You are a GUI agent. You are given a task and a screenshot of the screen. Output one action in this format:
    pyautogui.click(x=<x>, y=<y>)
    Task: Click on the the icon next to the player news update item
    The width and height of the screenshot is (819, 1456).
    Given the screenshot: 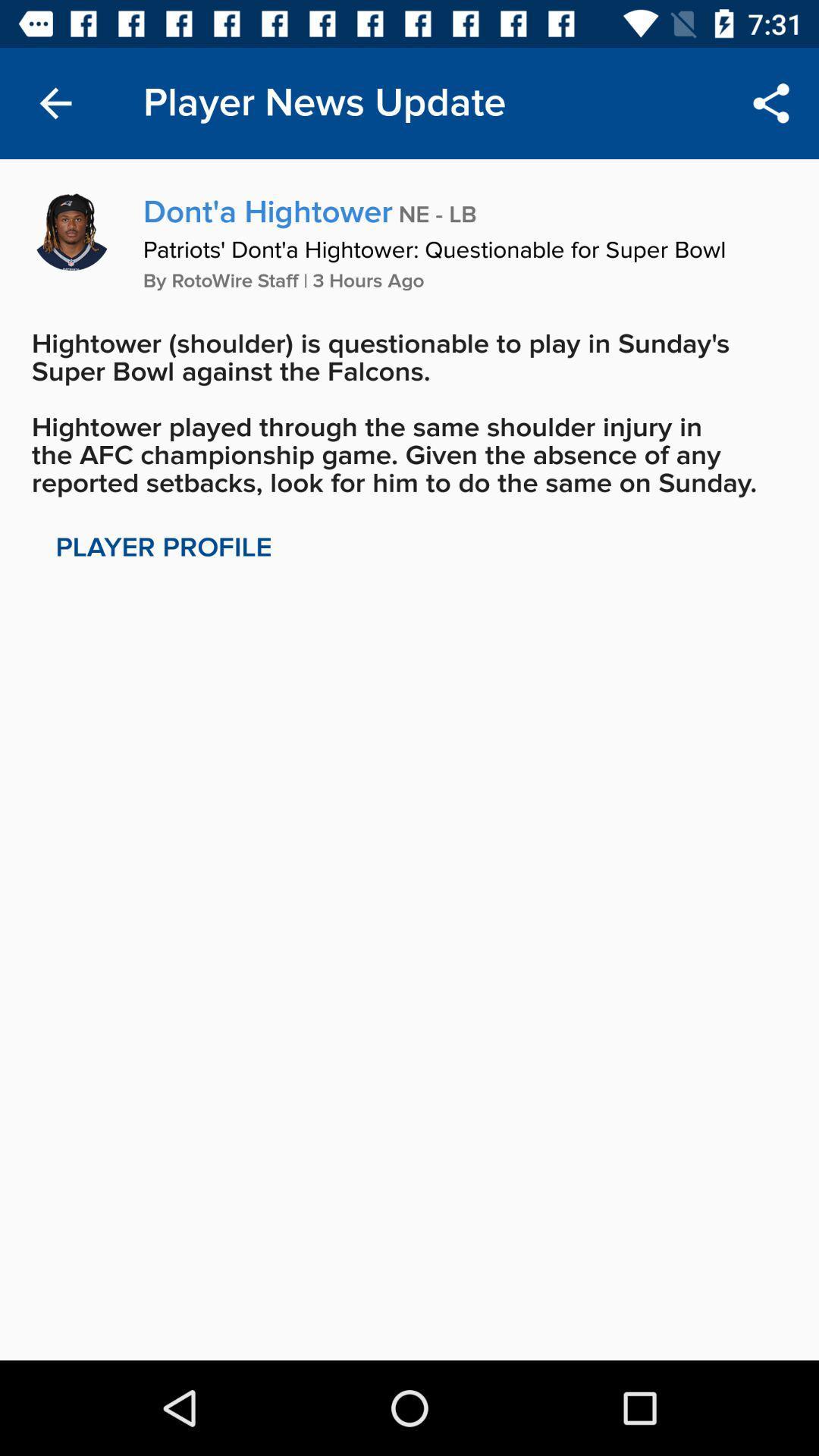 What is the action you would take?
    pyautogui.click(x=55, y=102)
    